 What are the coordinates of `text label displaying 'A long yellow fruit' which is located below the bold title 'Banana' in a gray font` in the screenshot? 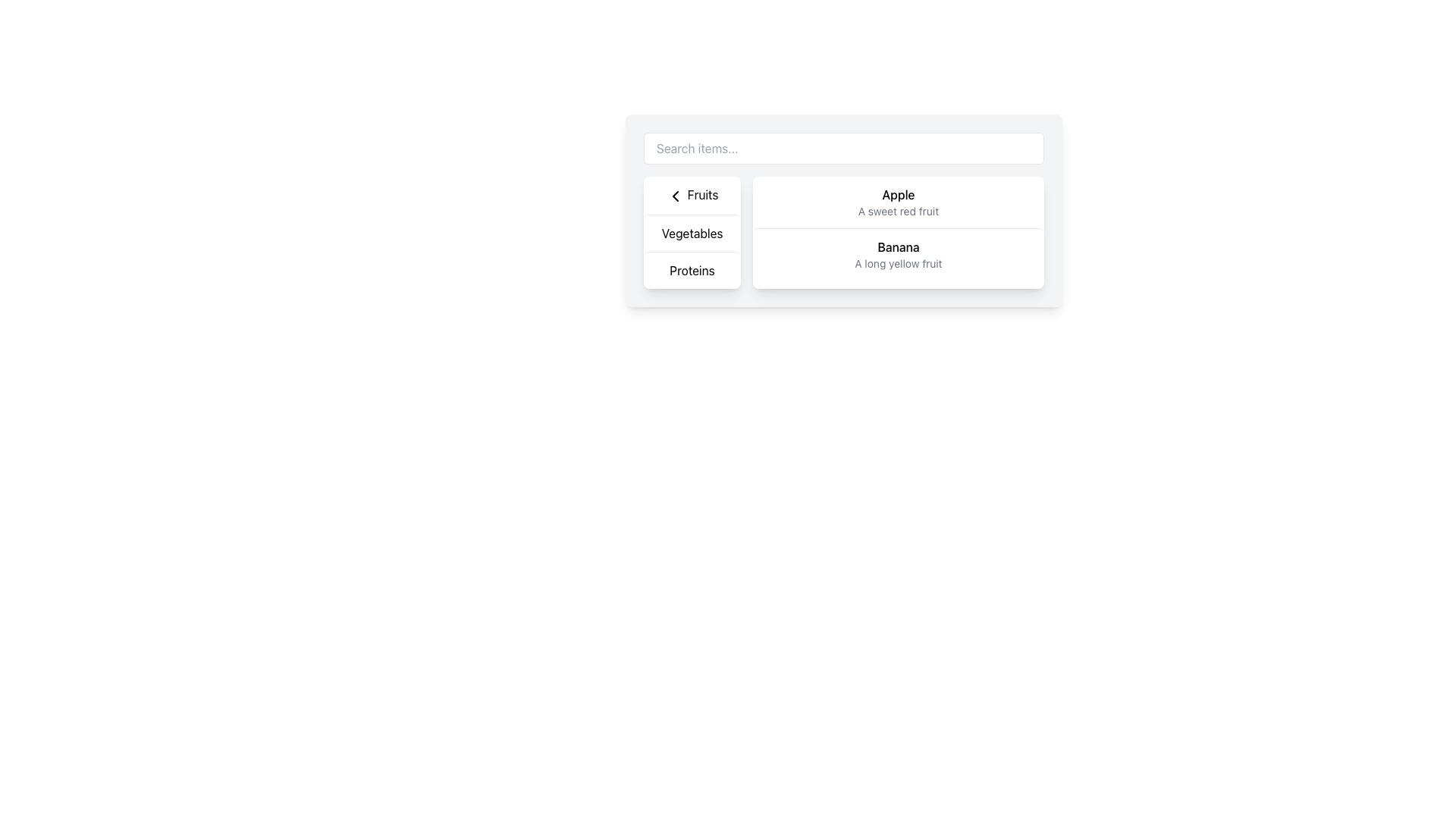 It's located at (899, 262).